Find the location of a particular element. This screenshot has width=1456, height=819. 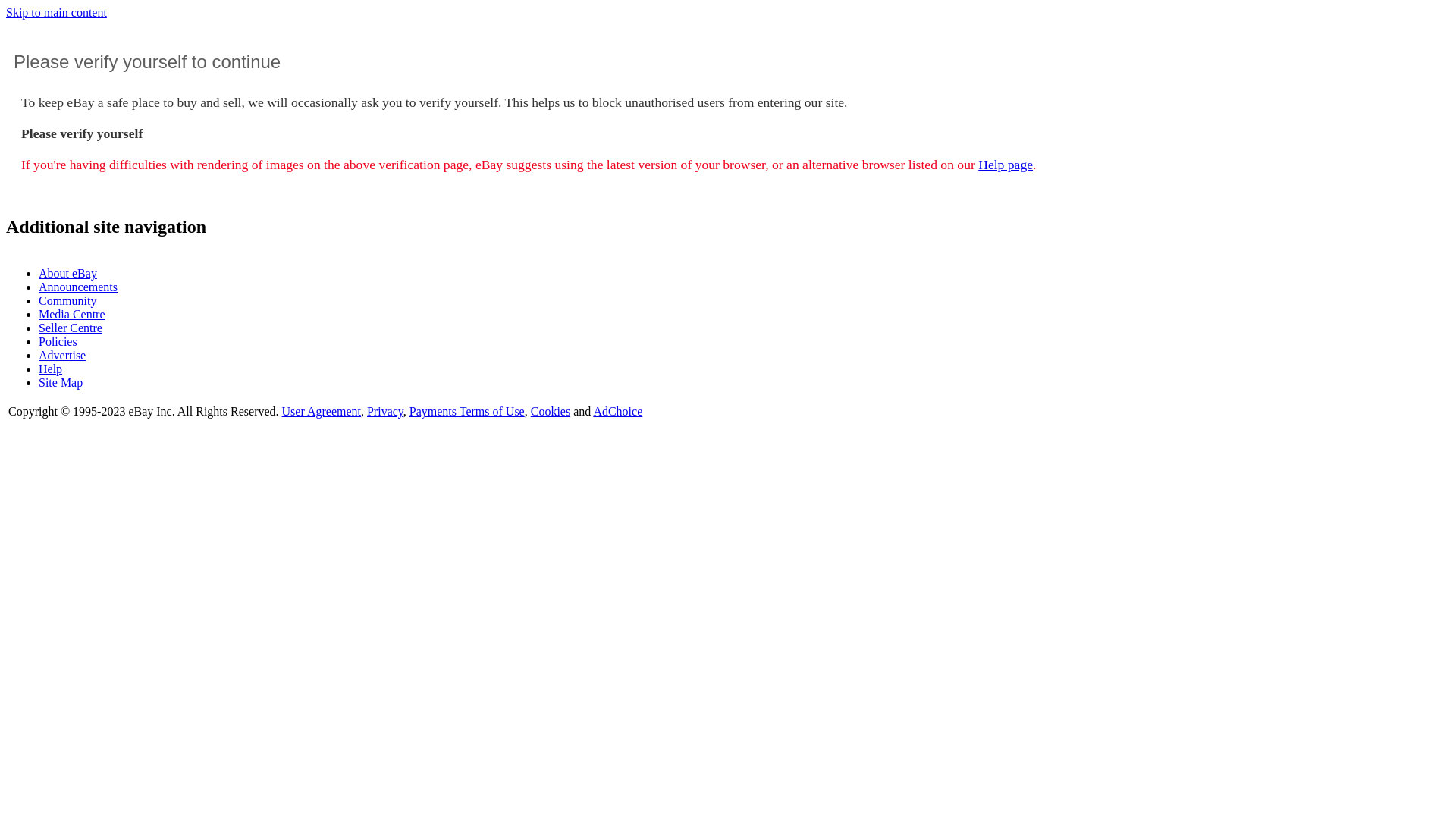

'Community' is located at coordinates (67, 300).